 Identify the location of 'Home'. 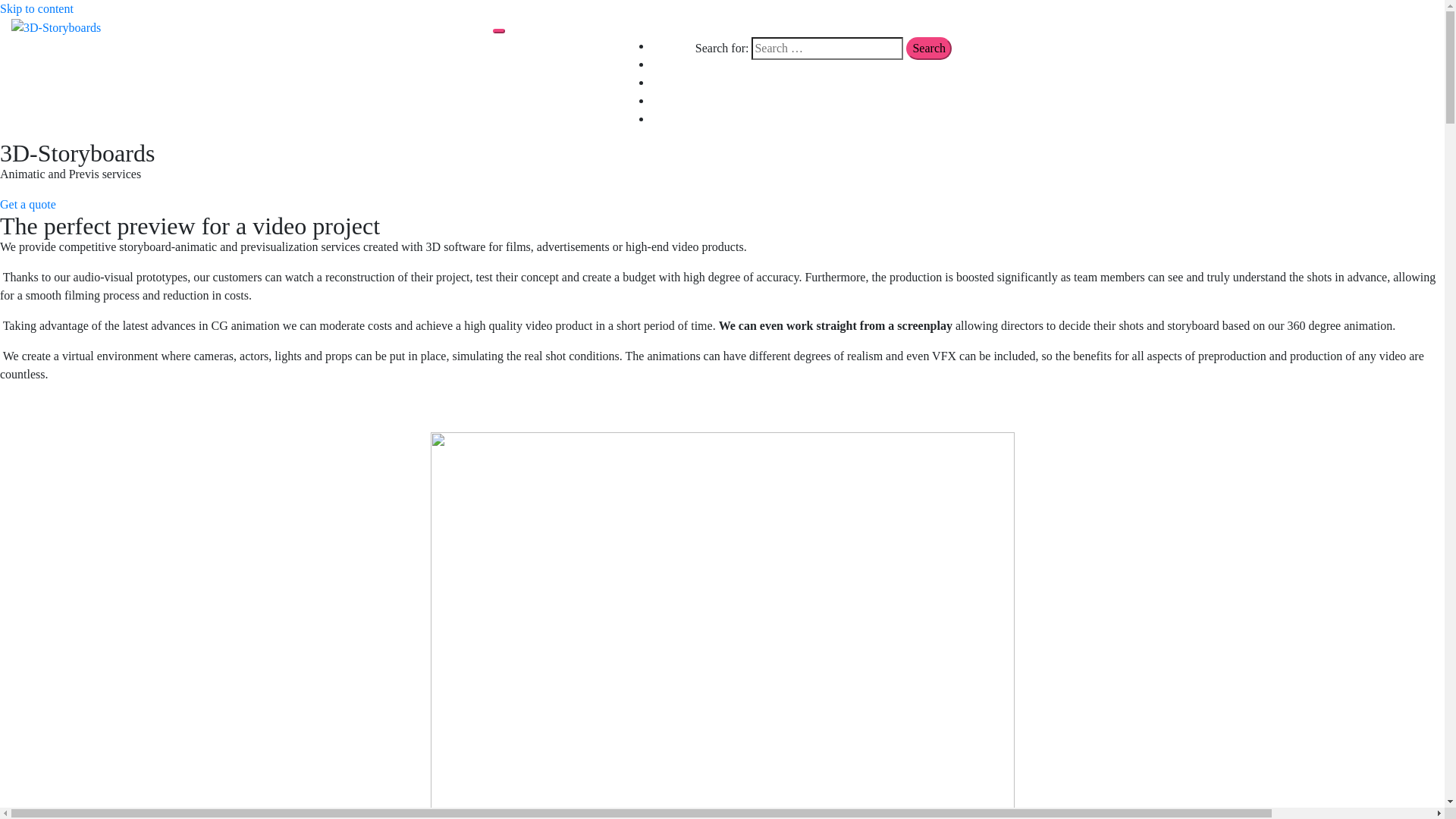
(651, 45).